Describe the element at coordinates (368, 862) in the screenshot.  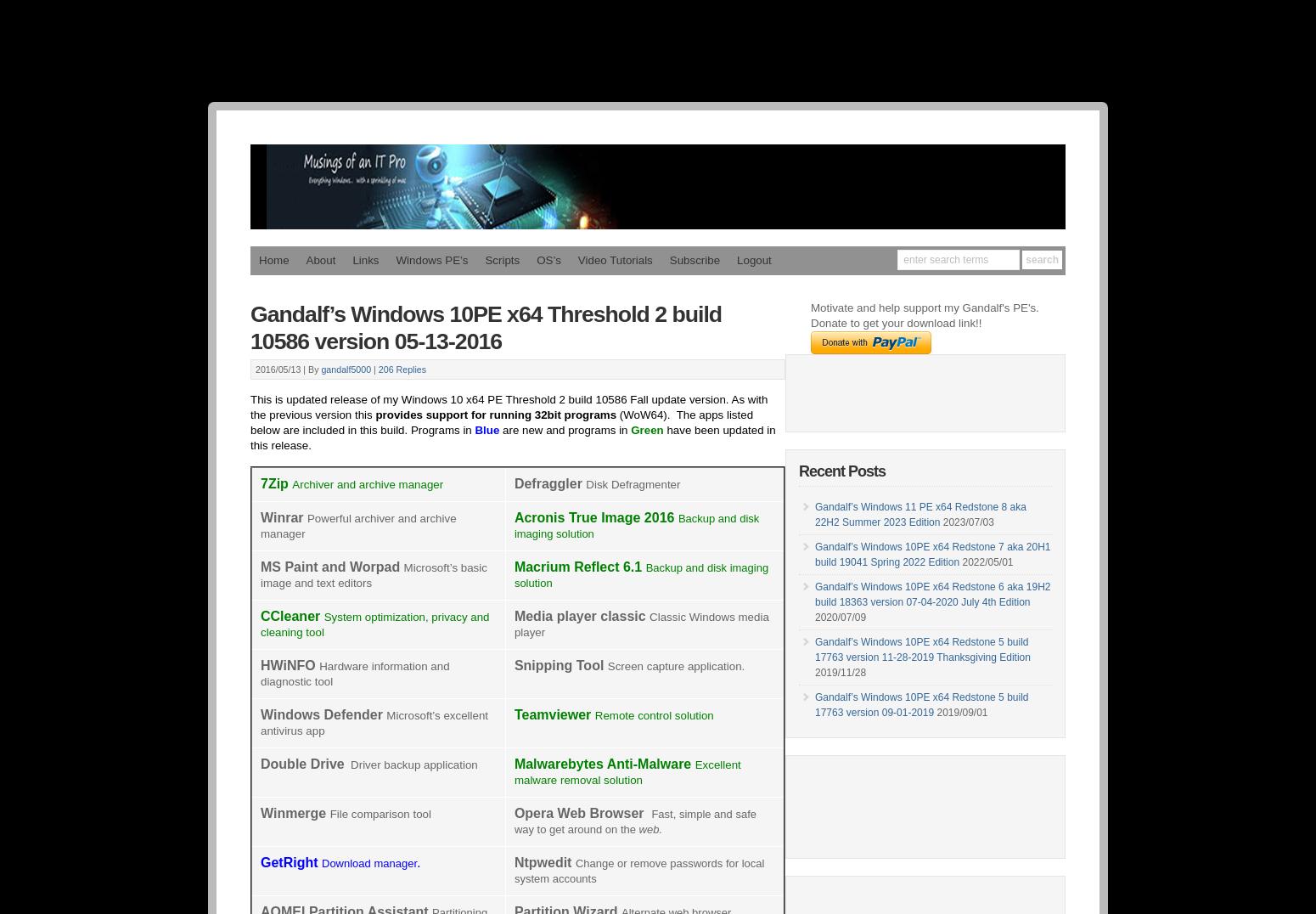
I see `'Download manager'` at that location.